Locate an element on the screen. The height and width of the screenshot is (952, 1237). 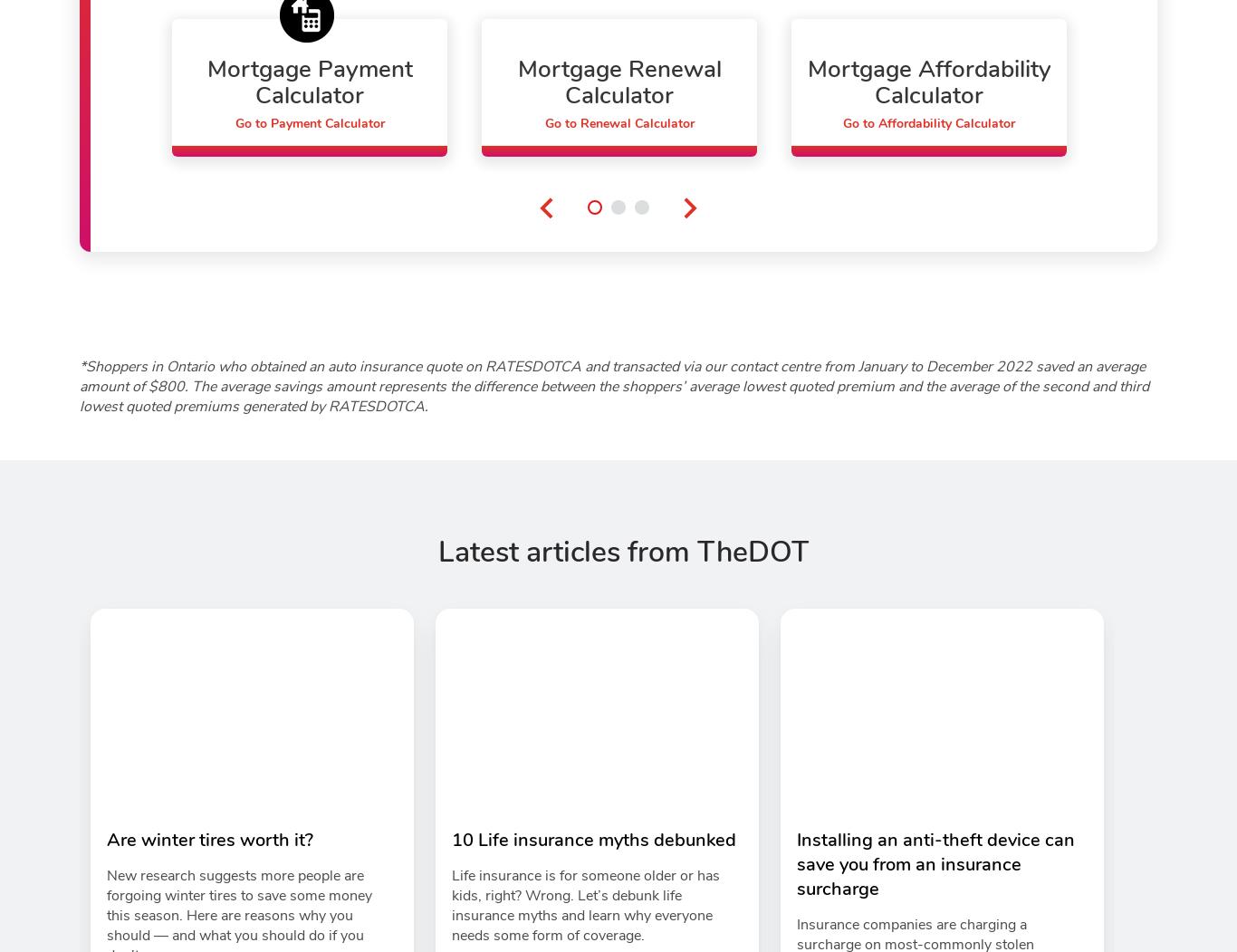
'*Shoppers in Ontario who obtained an auto insurance quote on RATESDOTCA and transacted via our contact centre from January to December 2022 saved an average amount of $800. The average savings amount represents the difference between the shoppers’ average lowest quoted premium and the average of the second and third lowest quoted premiums generated by RATESDOTCA.' is located at coordinates (79, 387).